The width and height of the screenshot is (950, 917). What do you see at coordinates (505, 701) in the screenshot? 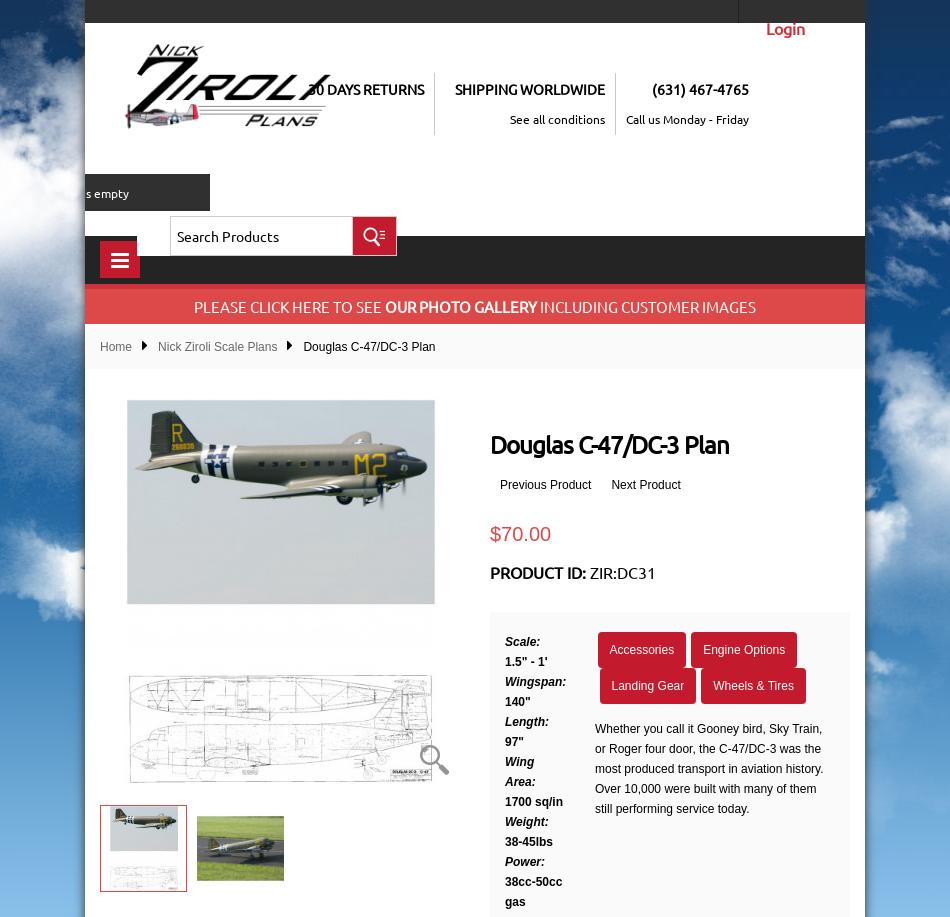
I see `'140"'` at bounding box center [505, 701].